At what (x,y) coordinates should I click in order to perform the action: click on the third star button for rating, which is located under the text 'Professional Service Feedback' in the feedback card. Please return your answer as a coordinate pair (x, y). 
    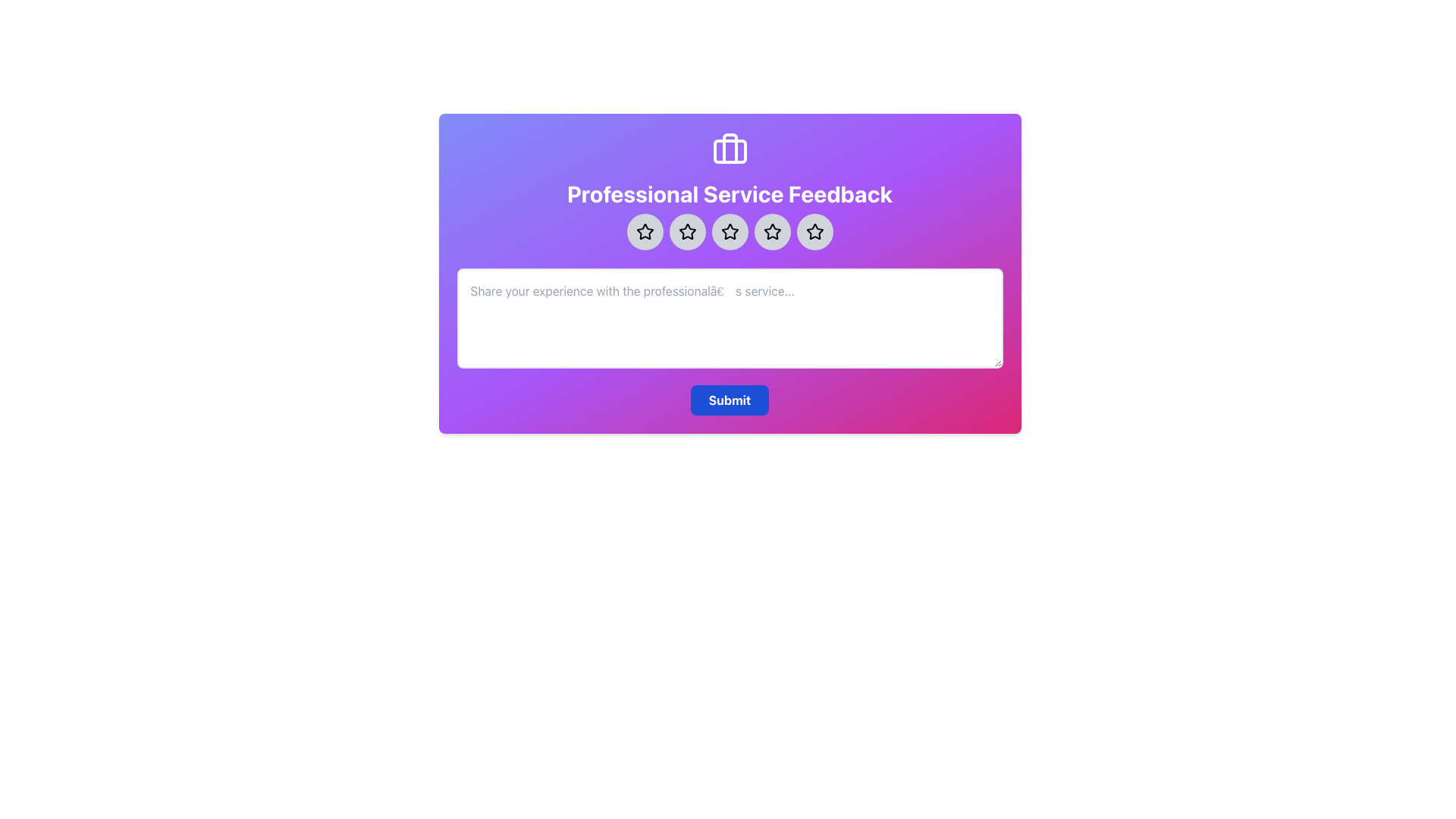
    Looking at the image, I should click on (730, 231).